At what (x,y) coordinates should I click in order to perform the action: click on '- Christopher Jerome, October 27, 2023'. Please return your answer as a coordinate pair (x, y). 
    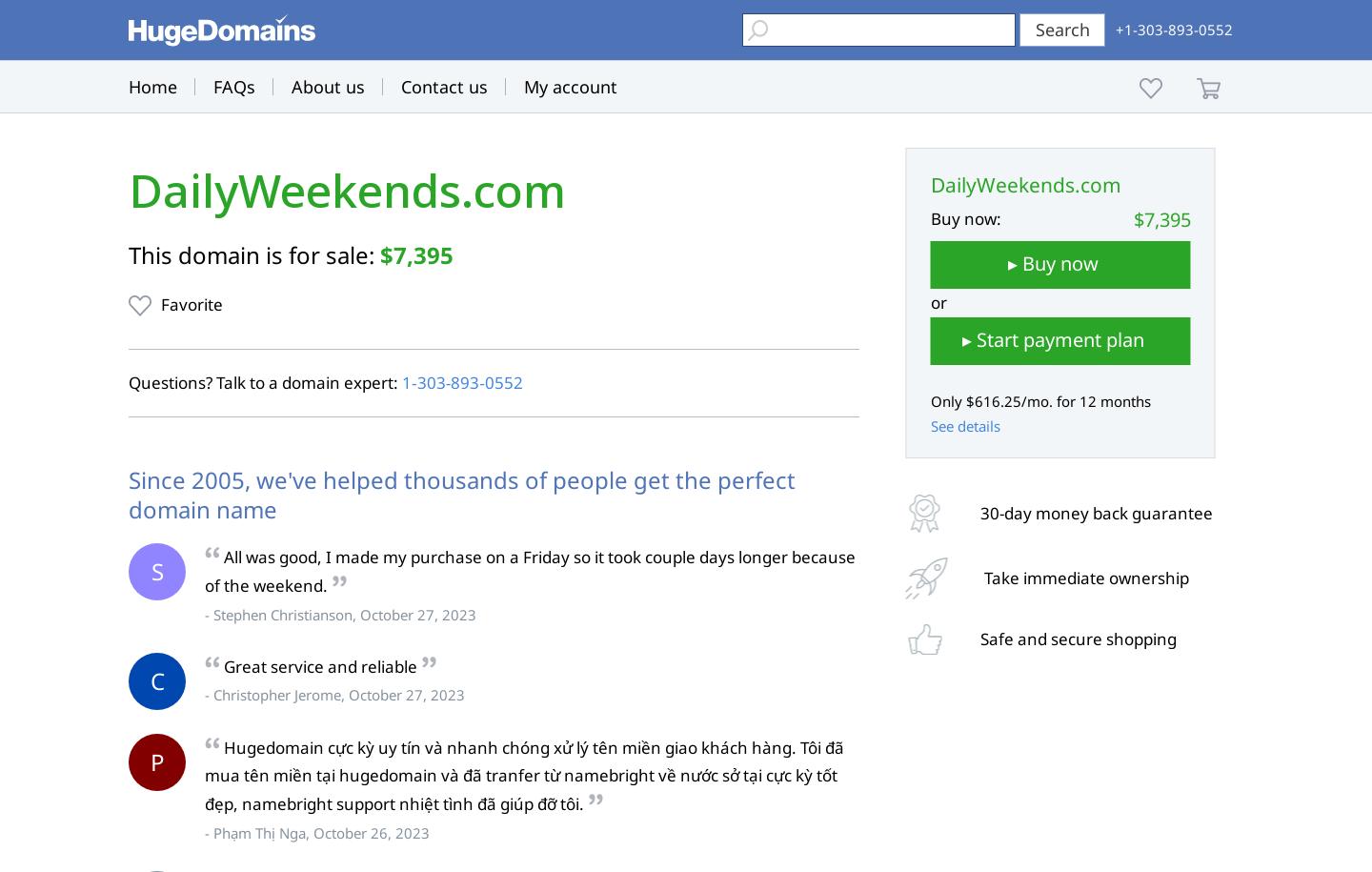
    Looking at the image, I should click on (334, 694).